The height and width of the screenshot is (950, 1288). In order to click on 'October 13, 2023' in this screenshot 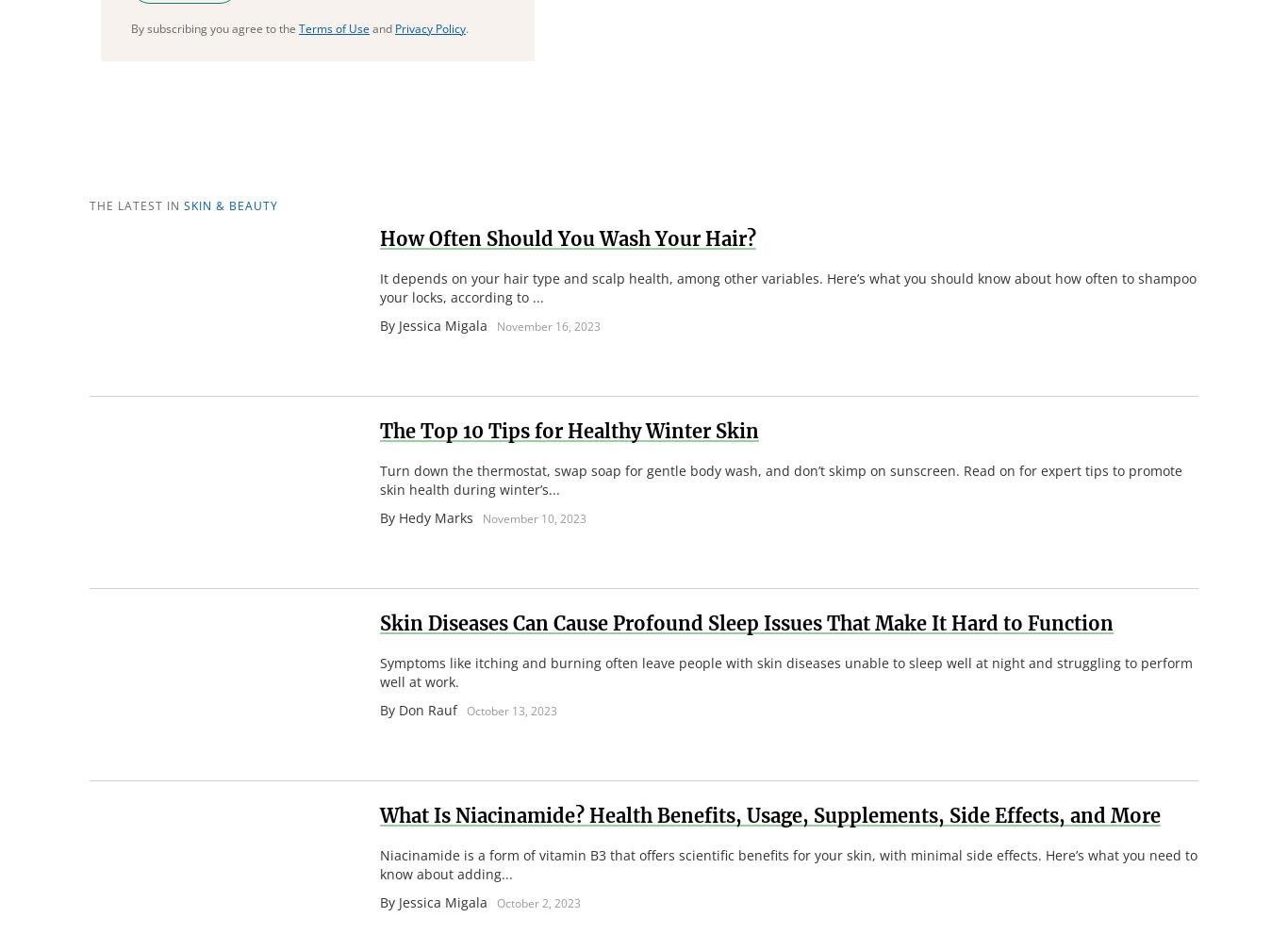, I will do `click(511, 710)`.